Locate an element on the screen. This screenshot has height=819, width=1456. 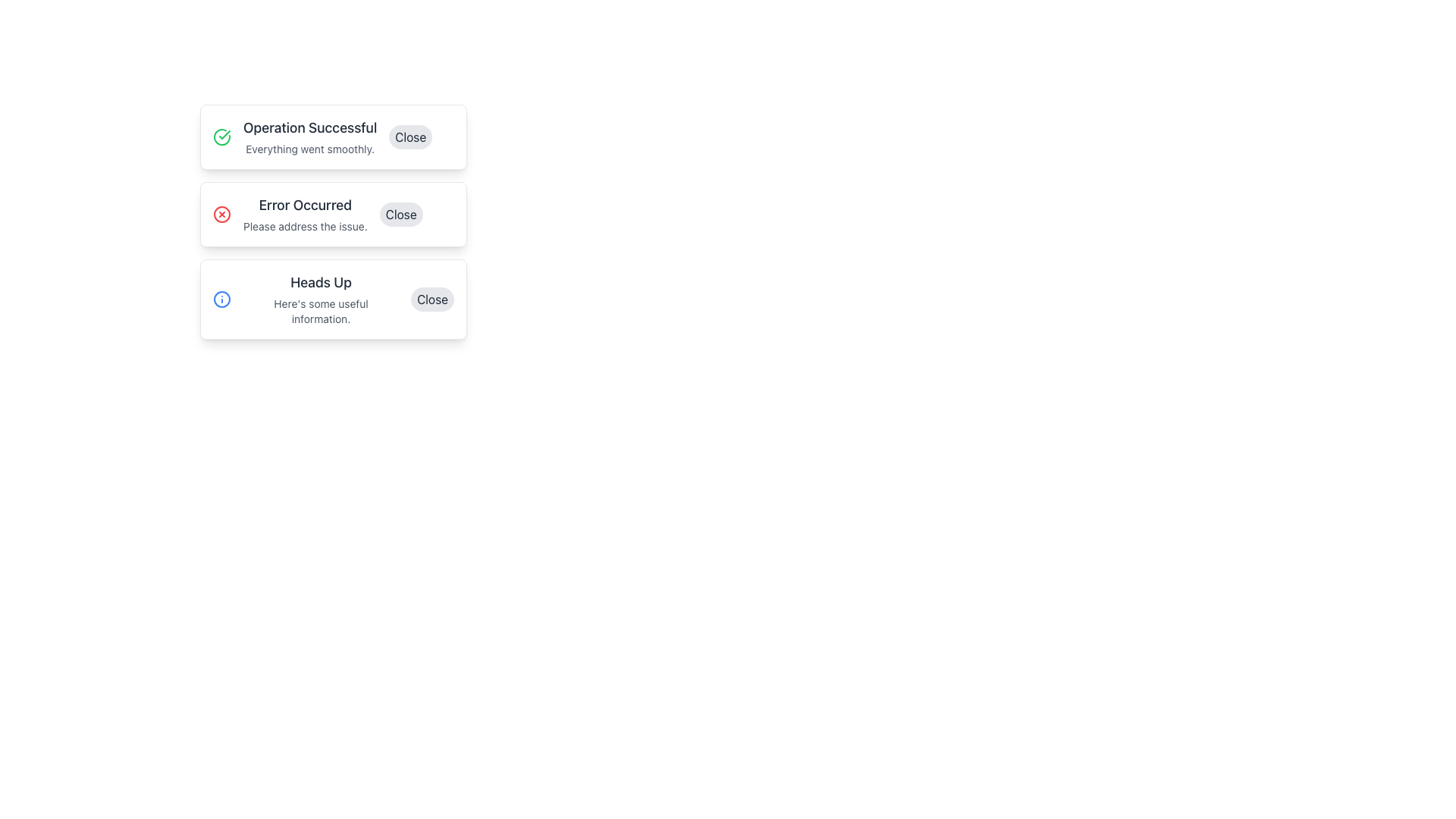
the red circular icon with a bold red cross, located next to the 'Error Occurred' text in the notification box is located at coordinates (221, 214).